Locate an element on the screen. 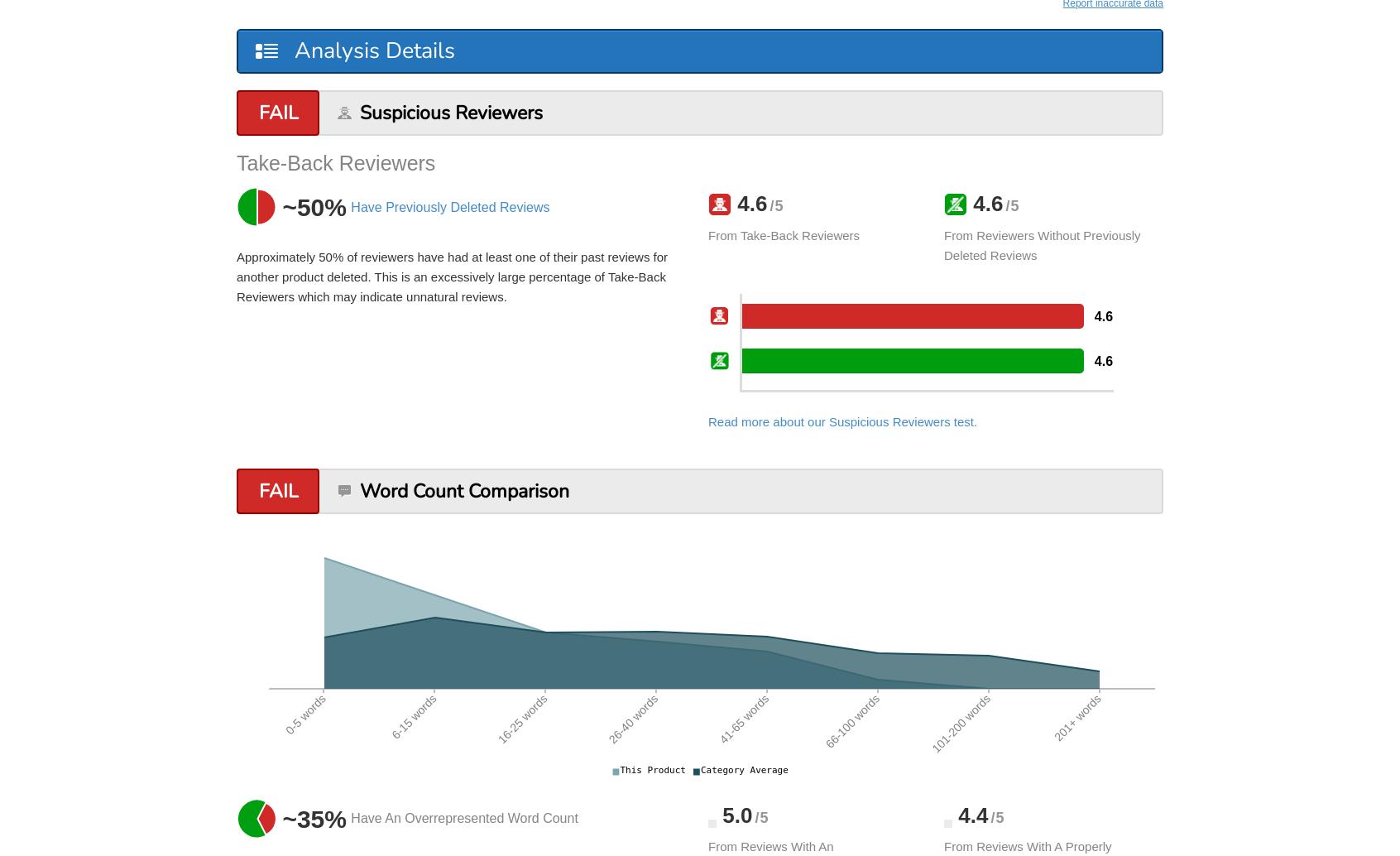 The width and height of the screenshot is (1400, 856). 'Approximately 50%  of reviewers  have had at least one of their past reviews for another product deleted.  This is an excessively large percentage of Take-Back Reviewers which may indicate unnatural reviews.' is located at coordinates (452, 276).